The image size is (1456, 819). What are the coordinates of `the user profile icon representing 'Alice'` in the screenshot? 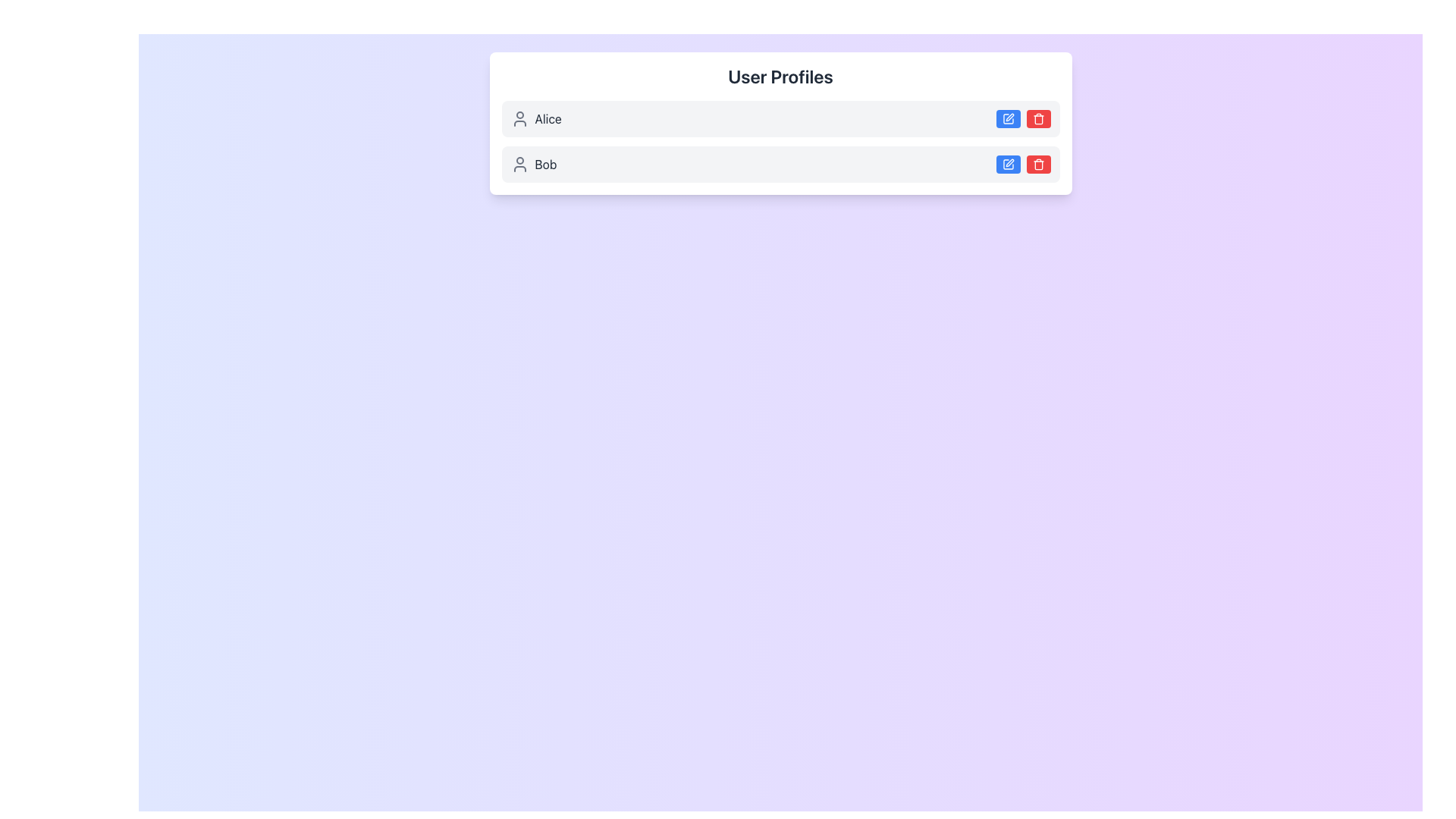 It's located at (519, 118).